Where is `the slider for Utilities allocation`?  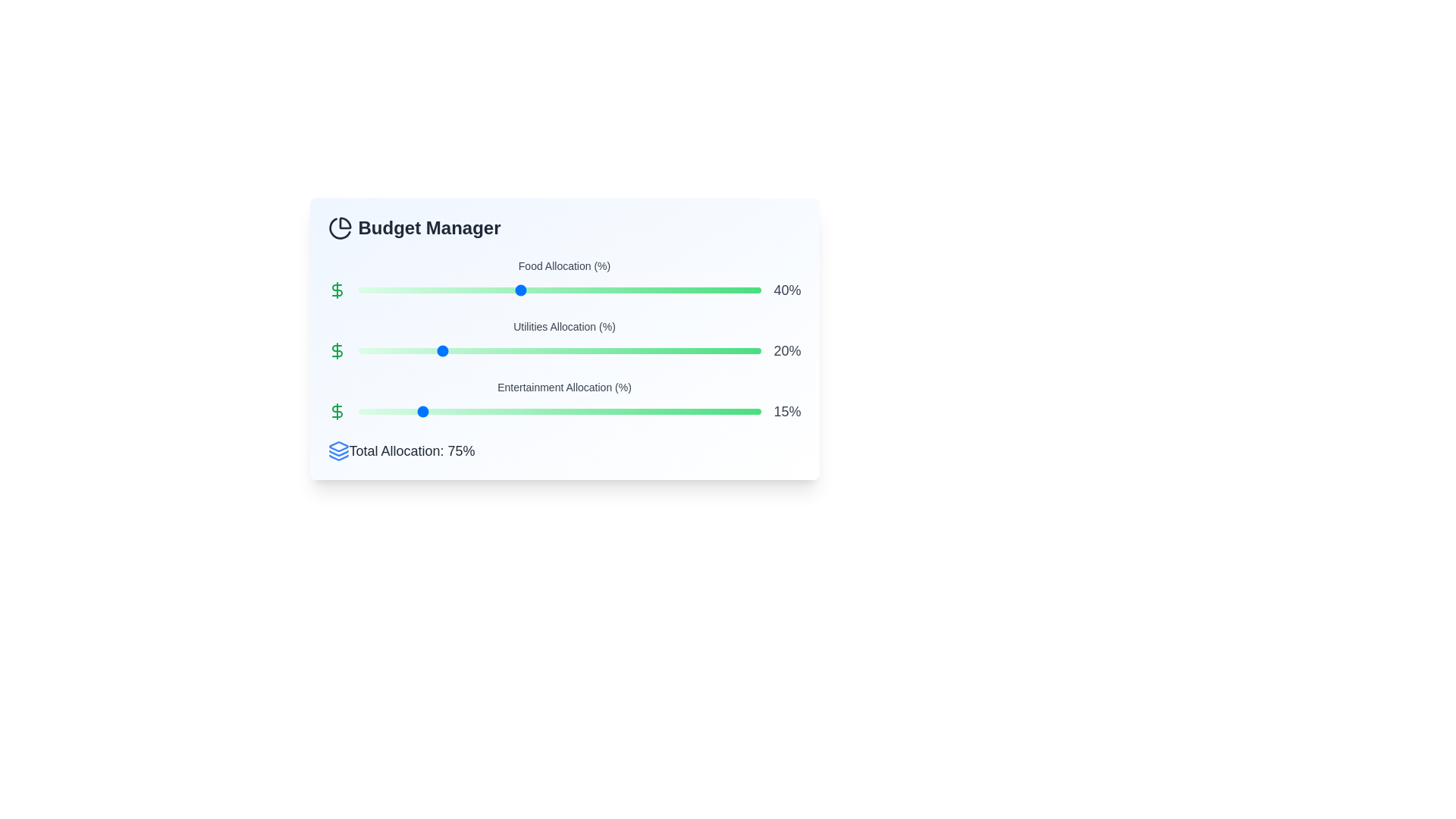
the slider for Utilities allocation is located at coordinates (559, 350).